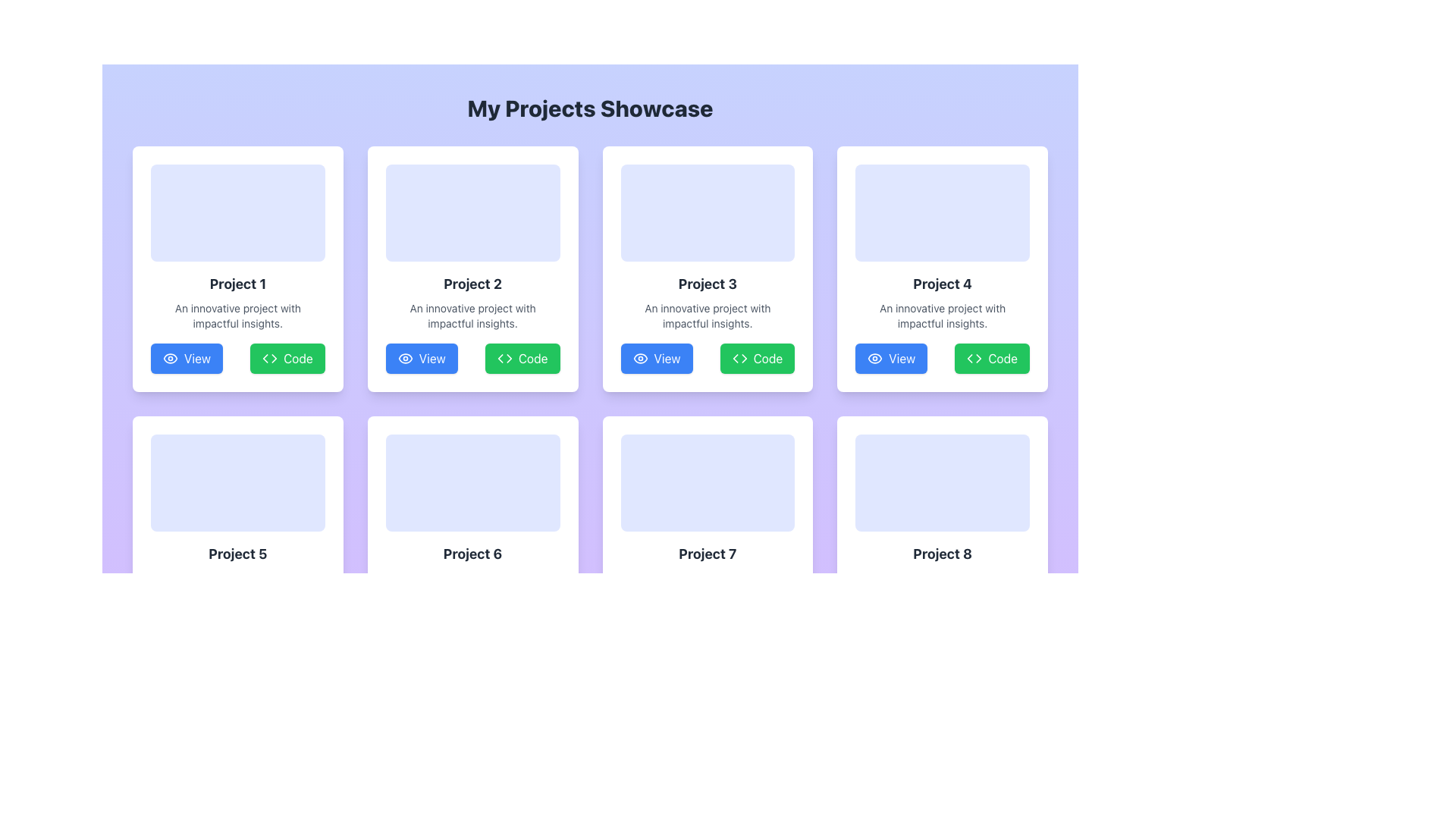 The height and width of the screenshot is (819, 1456). I want to click on the right button labeled 'Code' located at the bottom of the card titled 'Project 3' in the grid layout, so click(707, 359).